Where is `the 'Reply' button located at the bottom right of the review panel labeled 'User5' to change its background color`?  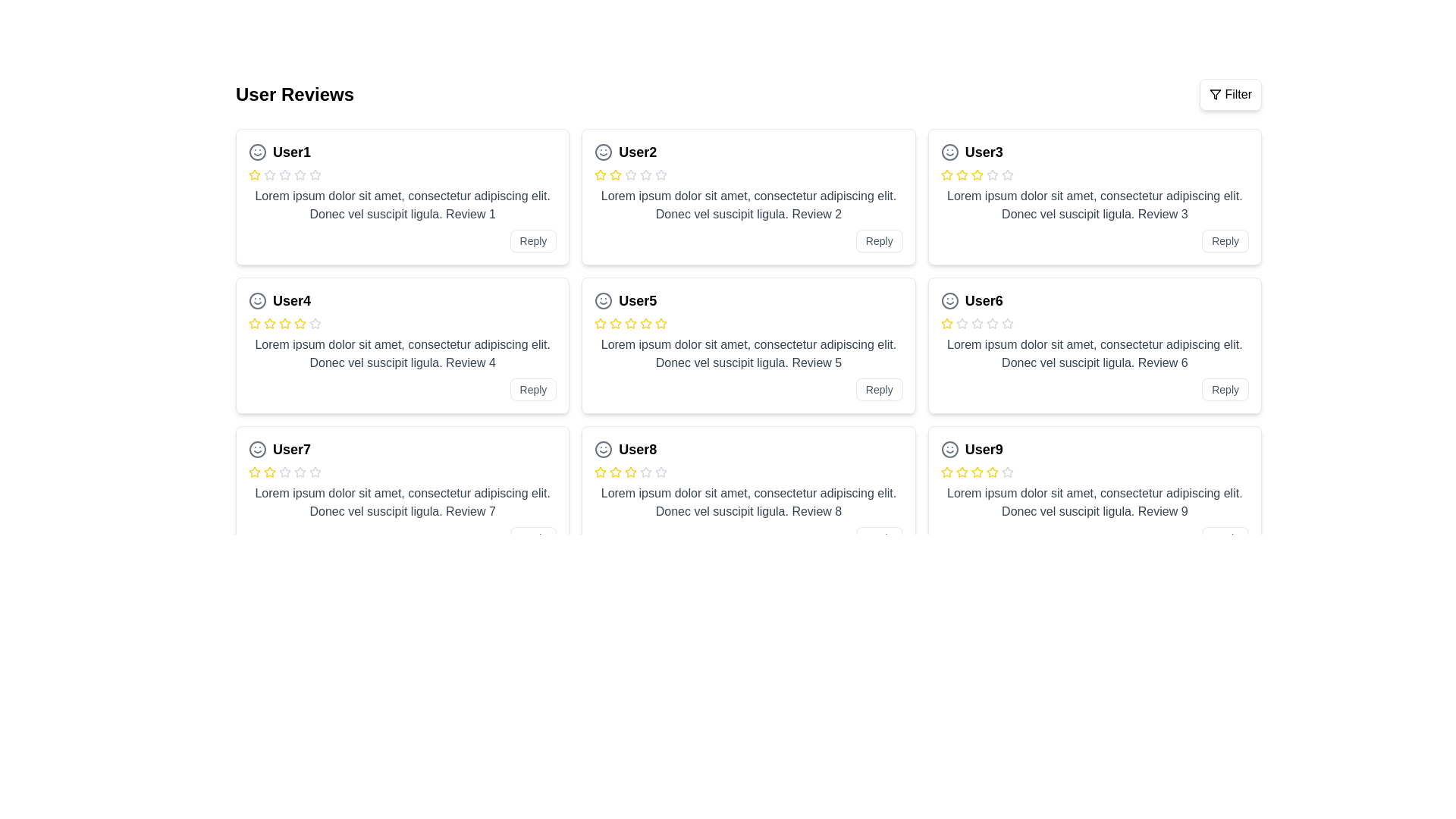
the 'Reply' button located at the bottom right of the review panel labeled 'User5' to change its background color is located at coordinates (879, 388).